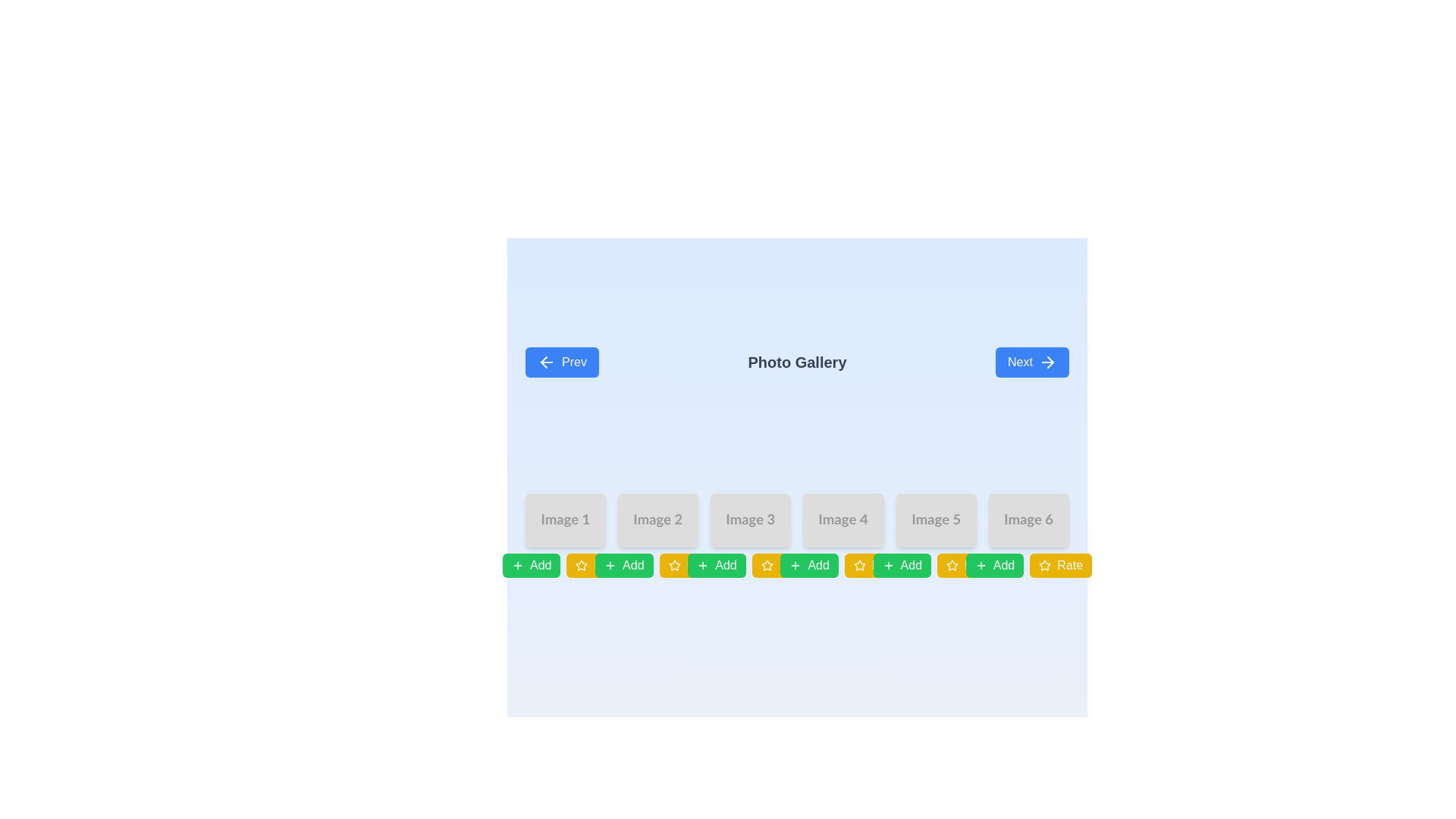 The width and height of the screenshot is (1456, 819). What do you see at coordinates (532, 565) in the screenshot?
I see `the first button in the row located below the image thumbnail labeled 'Image 1'` at bounding box center [532, 565].